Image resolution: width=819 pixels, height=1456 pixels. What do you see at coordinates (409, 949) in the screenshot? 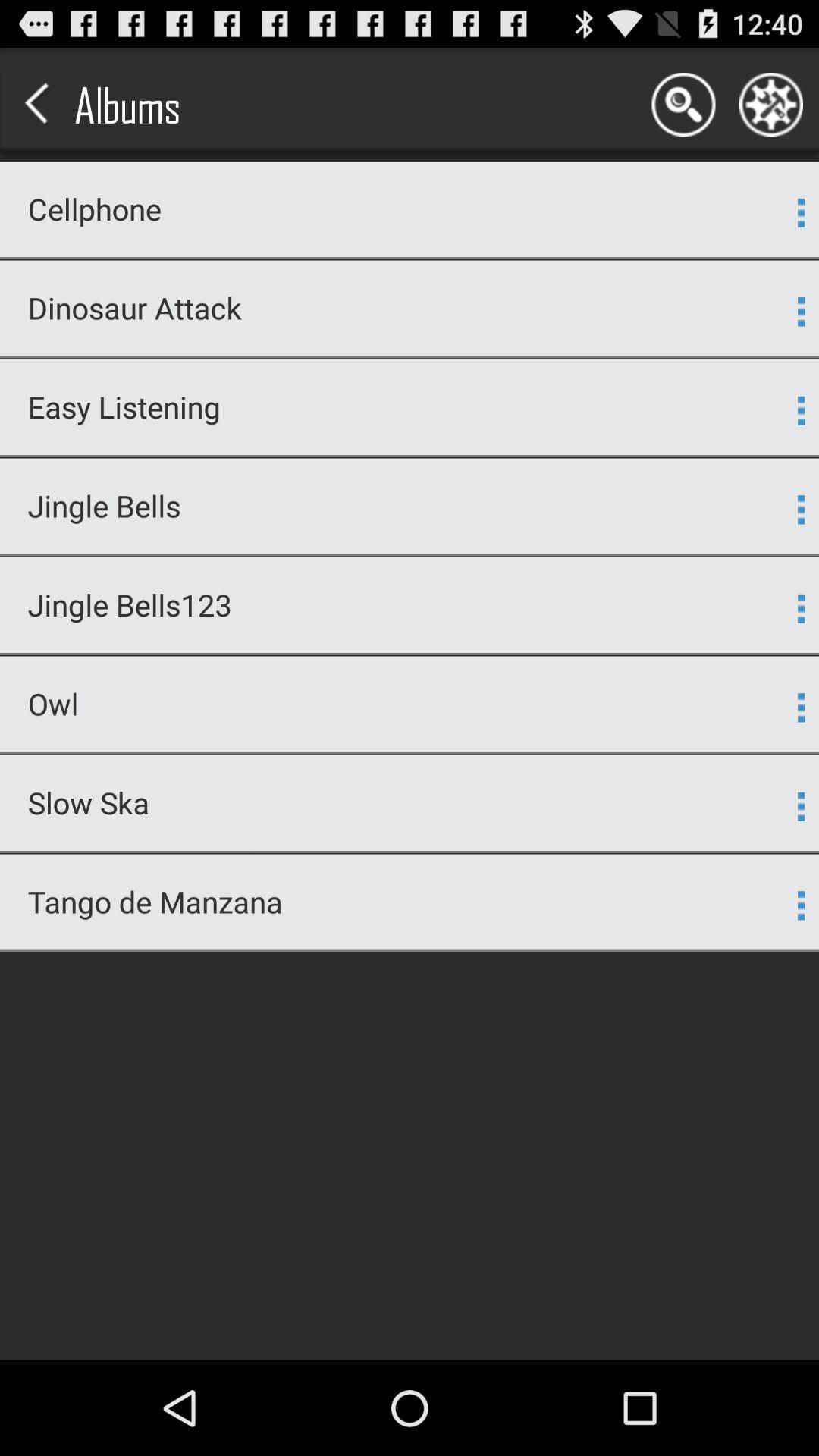
I see `the item below the tango de manzana app` at bounding box center [409, 949].